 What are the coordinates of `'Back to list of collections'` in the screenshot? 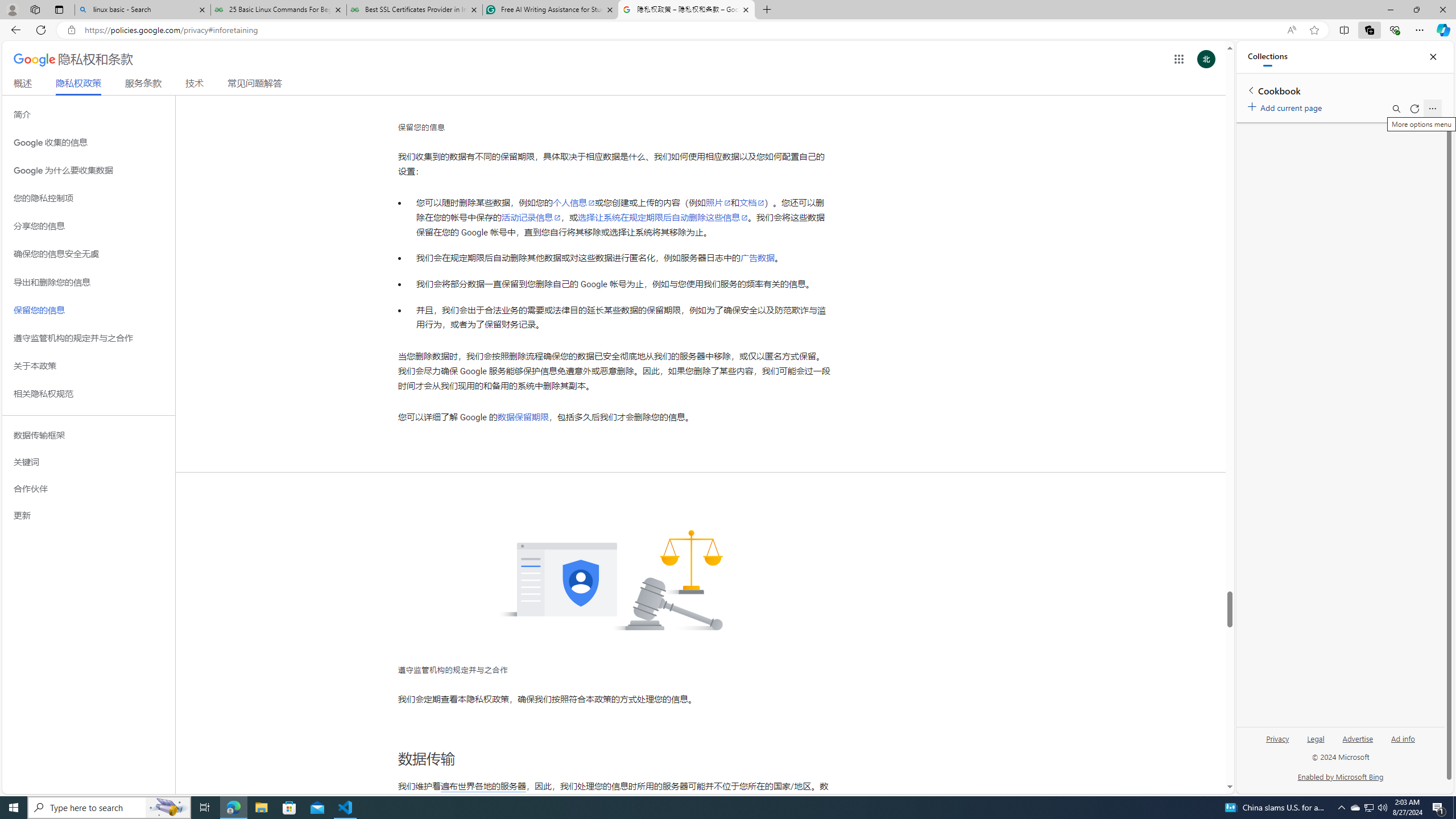 It's located at (1250, 90).